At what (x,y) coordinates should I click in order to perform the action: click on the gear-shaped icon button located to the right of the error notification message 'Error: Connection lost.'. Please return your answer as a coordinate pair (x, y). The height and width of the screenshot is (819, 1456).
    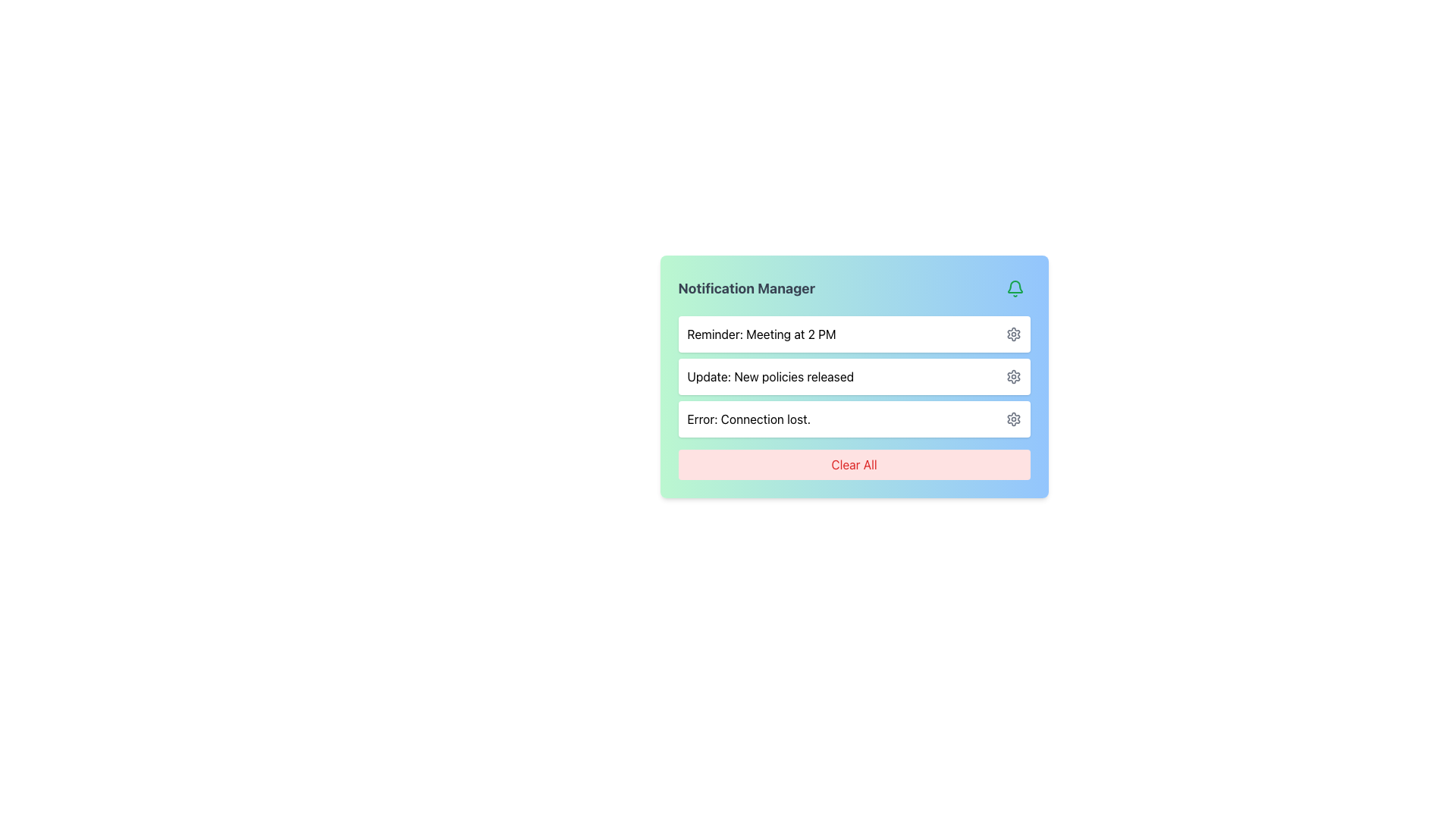
    Looking at the image, I should click on (1013, 419).